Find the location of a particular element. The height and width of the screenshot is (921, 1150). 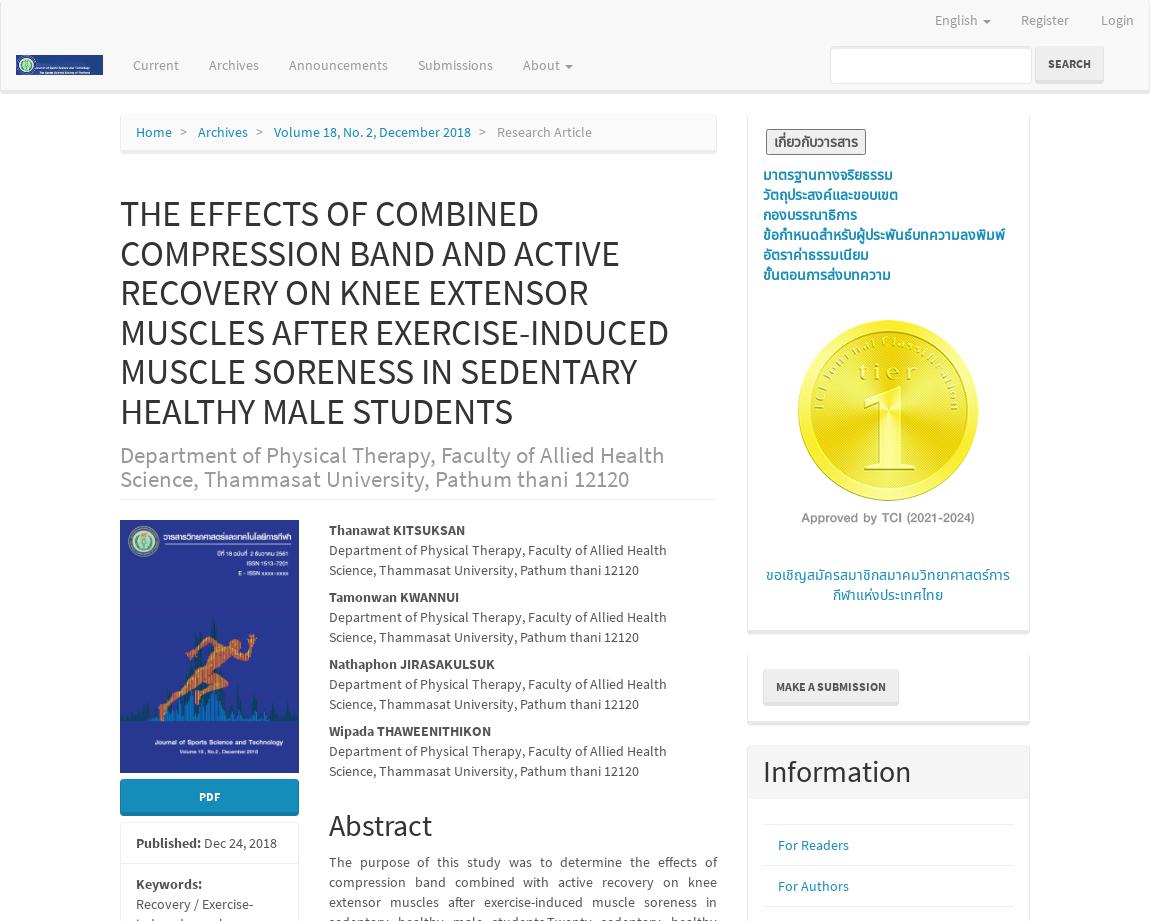

'Announcements' is located at coordinates (337, 65).